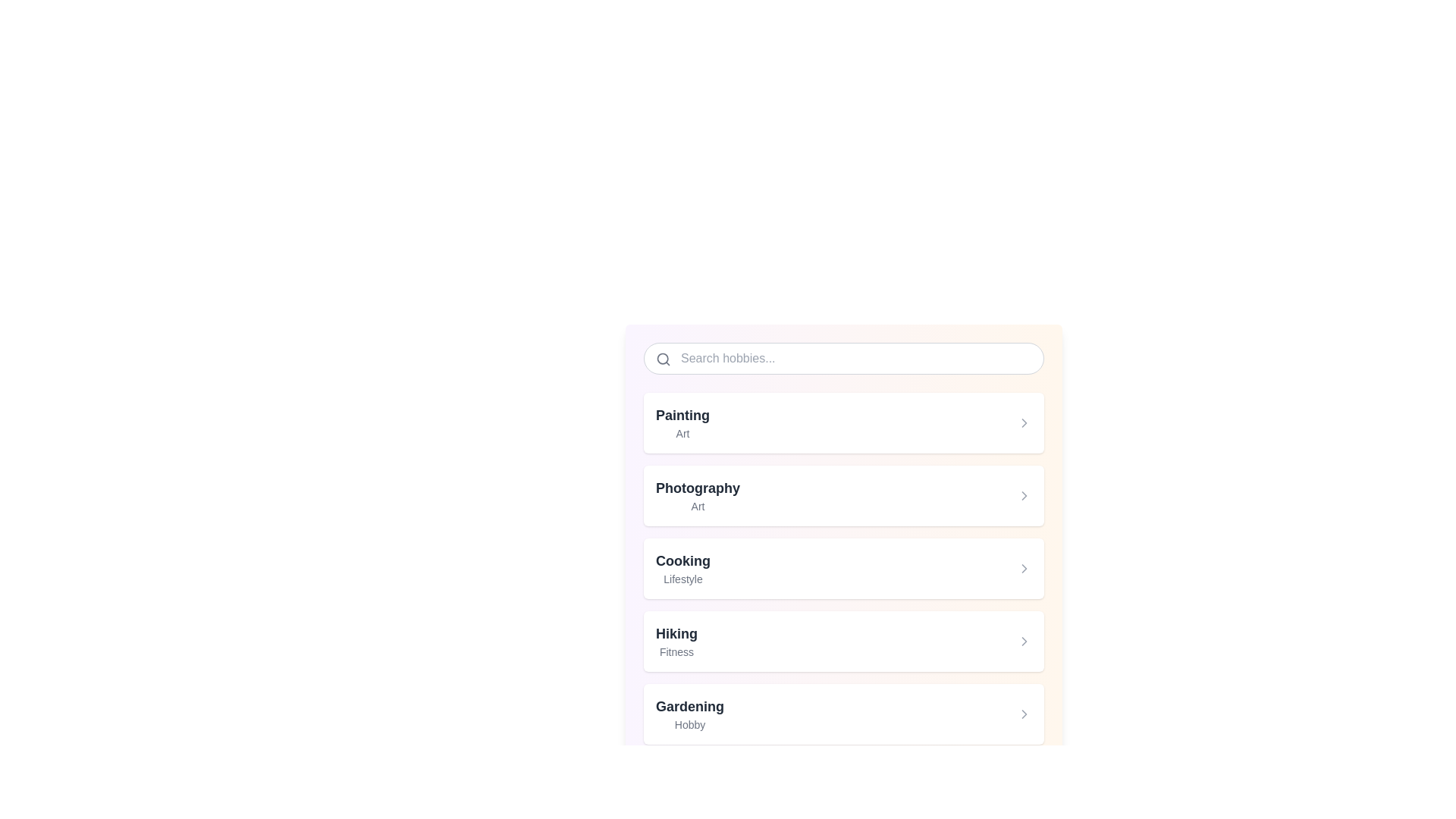 This screenshot has height=819, width=1456. Describe the element at coordinates (682, 433) in the screenshot. I see `the label displaying the text 'Art', which is positioned beneath the larger text 'Painting' in a list interface` at that location.